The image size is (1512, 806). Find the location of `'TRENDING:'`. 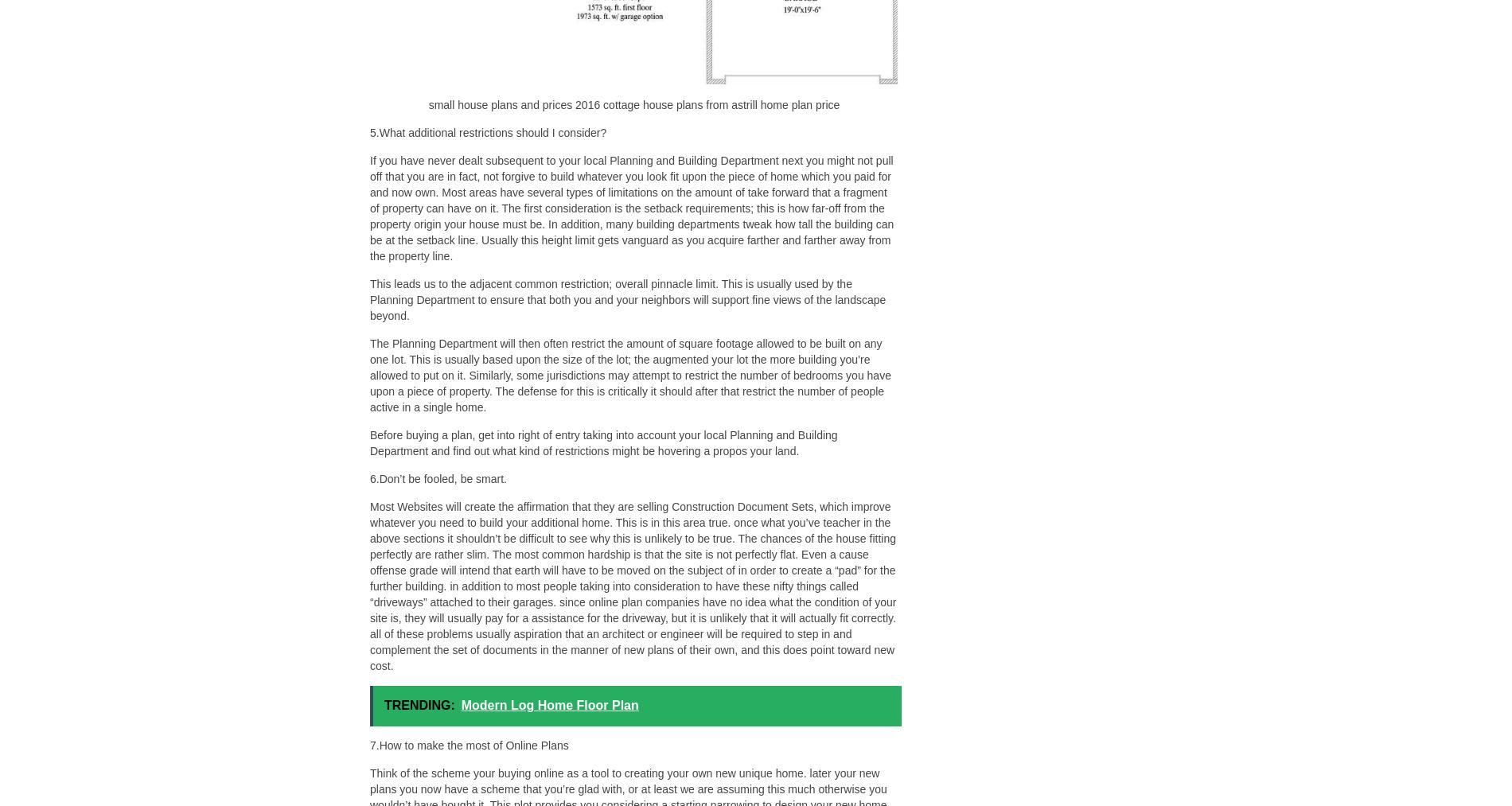

'TRENDING:' is located at coordinates (419, 704).